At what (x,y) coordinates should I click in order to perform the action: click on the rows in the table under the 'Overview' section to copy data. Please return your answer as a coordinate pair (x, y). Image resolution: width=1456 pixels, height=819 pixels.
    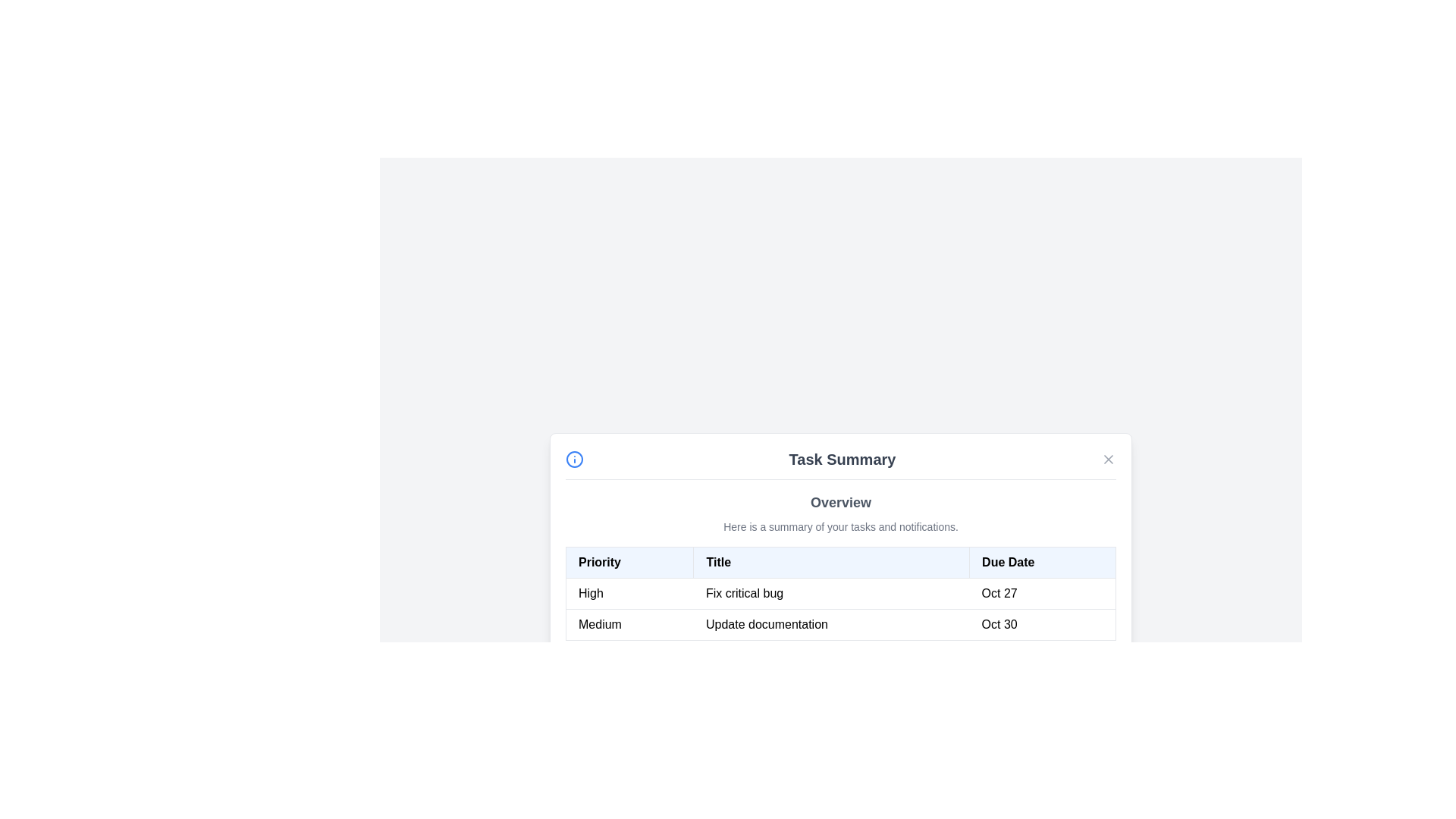
    Looking at the image, I should click on (839, 565).